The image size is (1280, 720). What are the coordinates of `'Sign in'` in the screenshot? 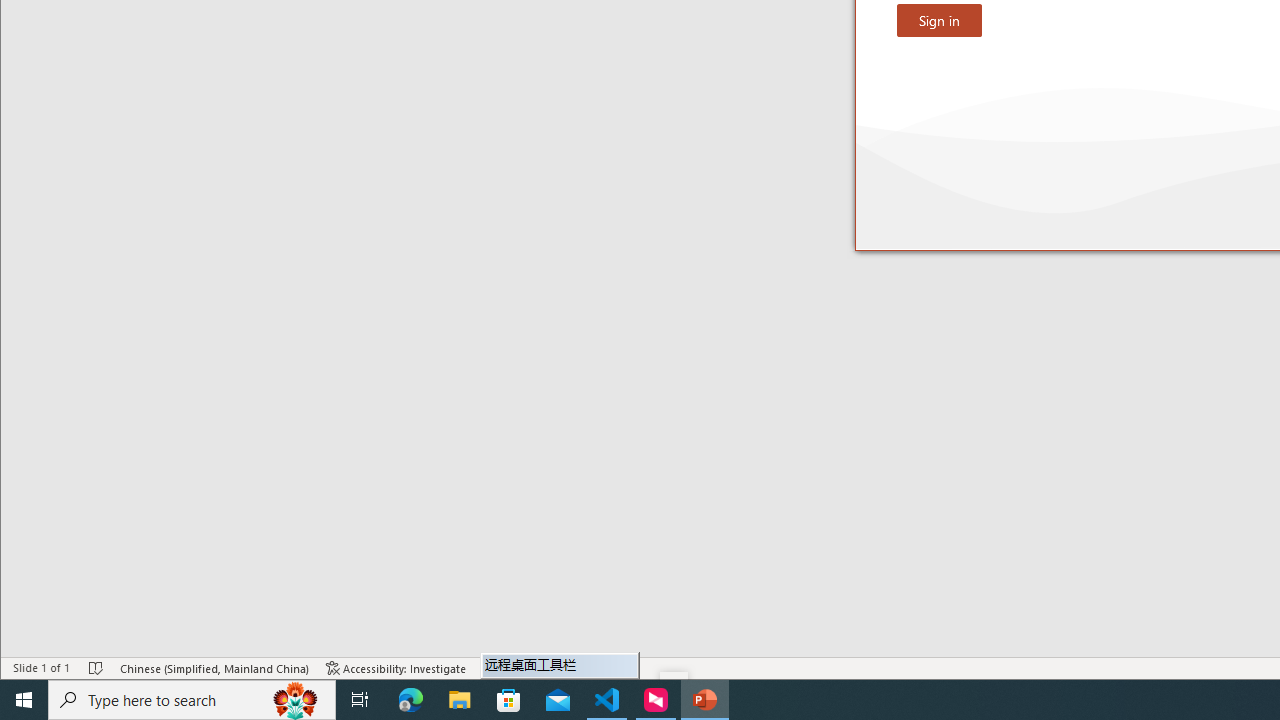 It's located at (938, 20).